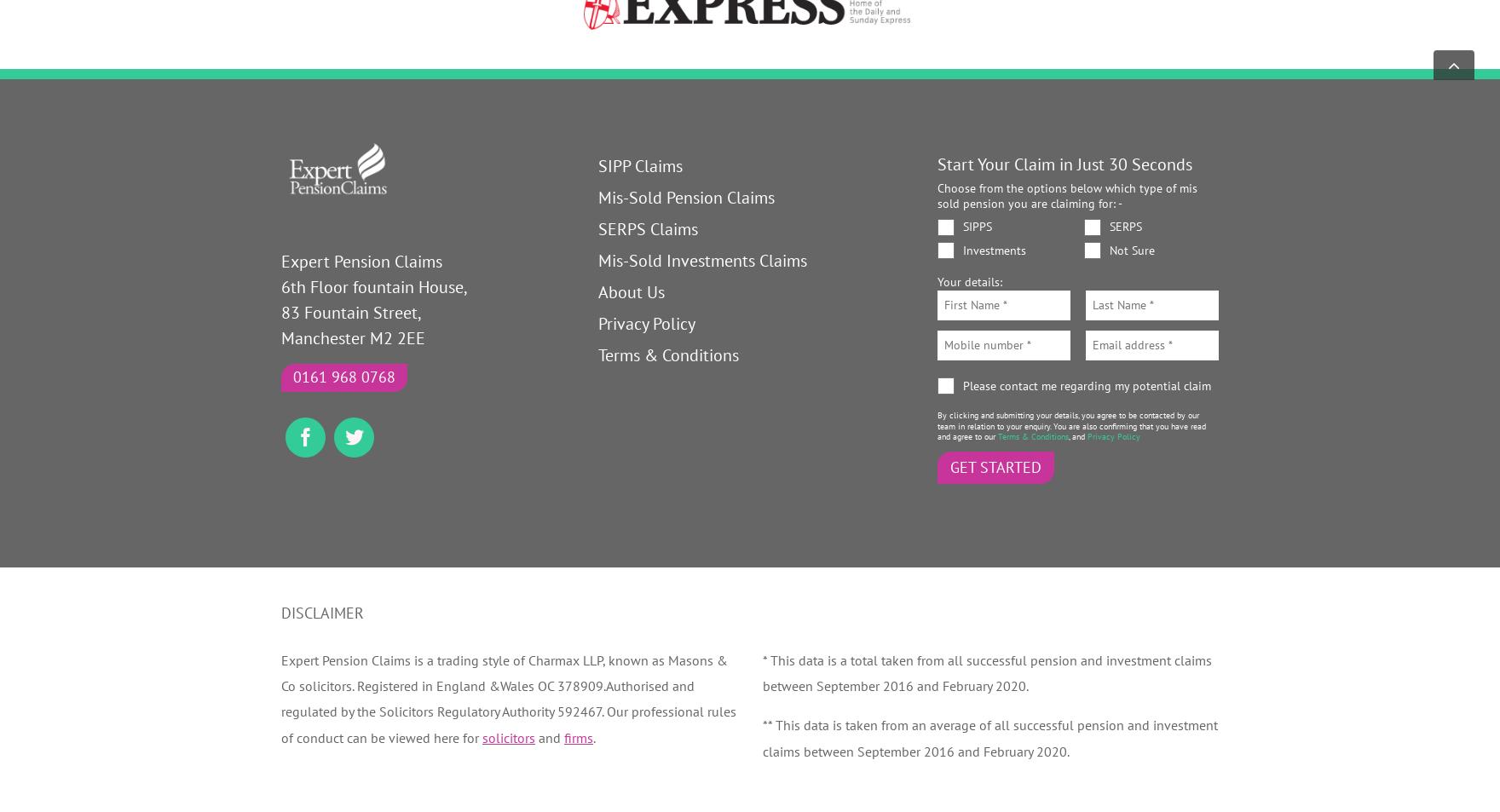 This screenshot has height=812, width=1500. Describe the element at coordinates (597, 228) in the screenshot. I see `'SERPS Claims'` at that location.